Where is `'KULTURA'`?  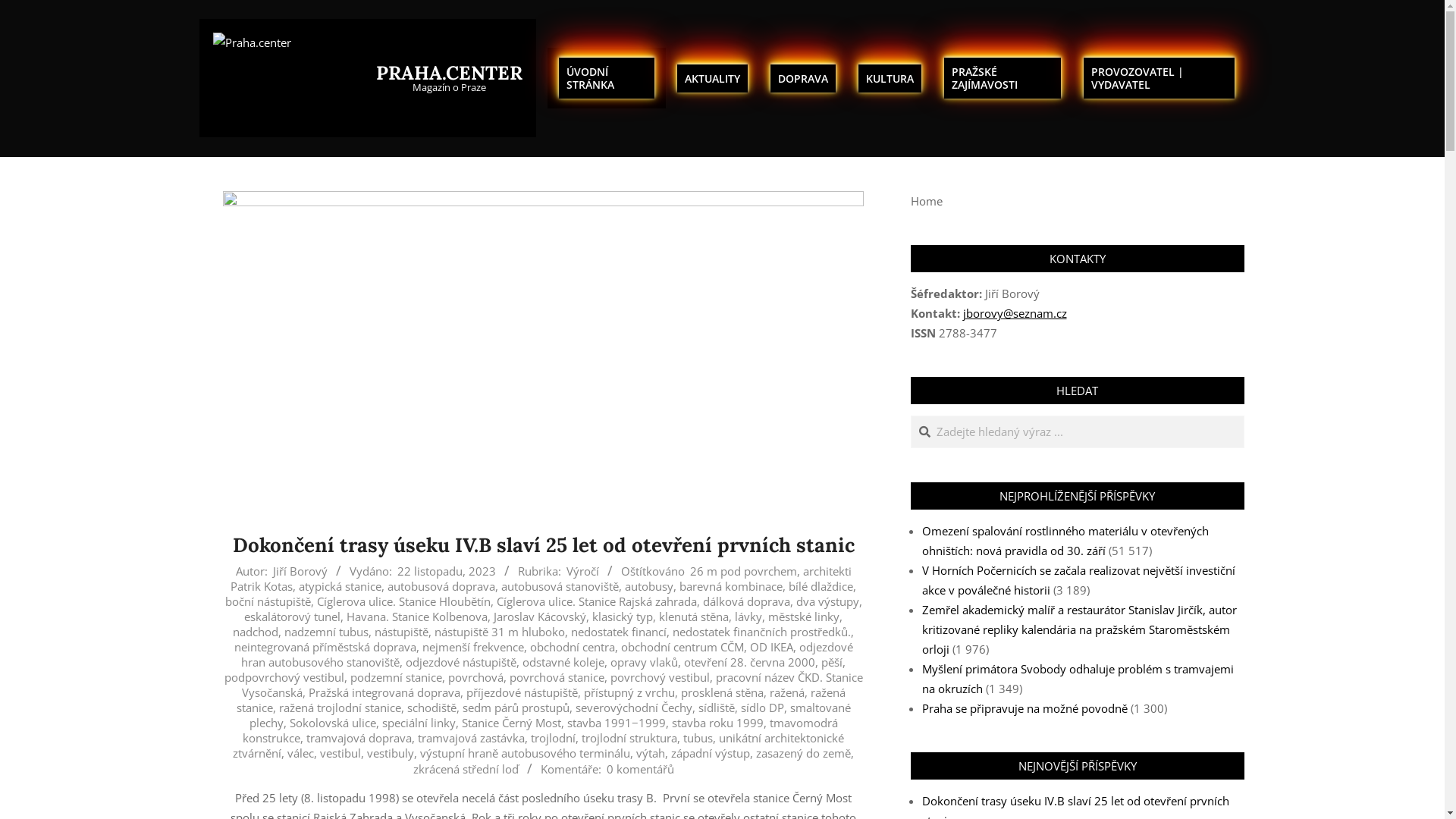
'KULTURA' is located at coordinates (890, 78).